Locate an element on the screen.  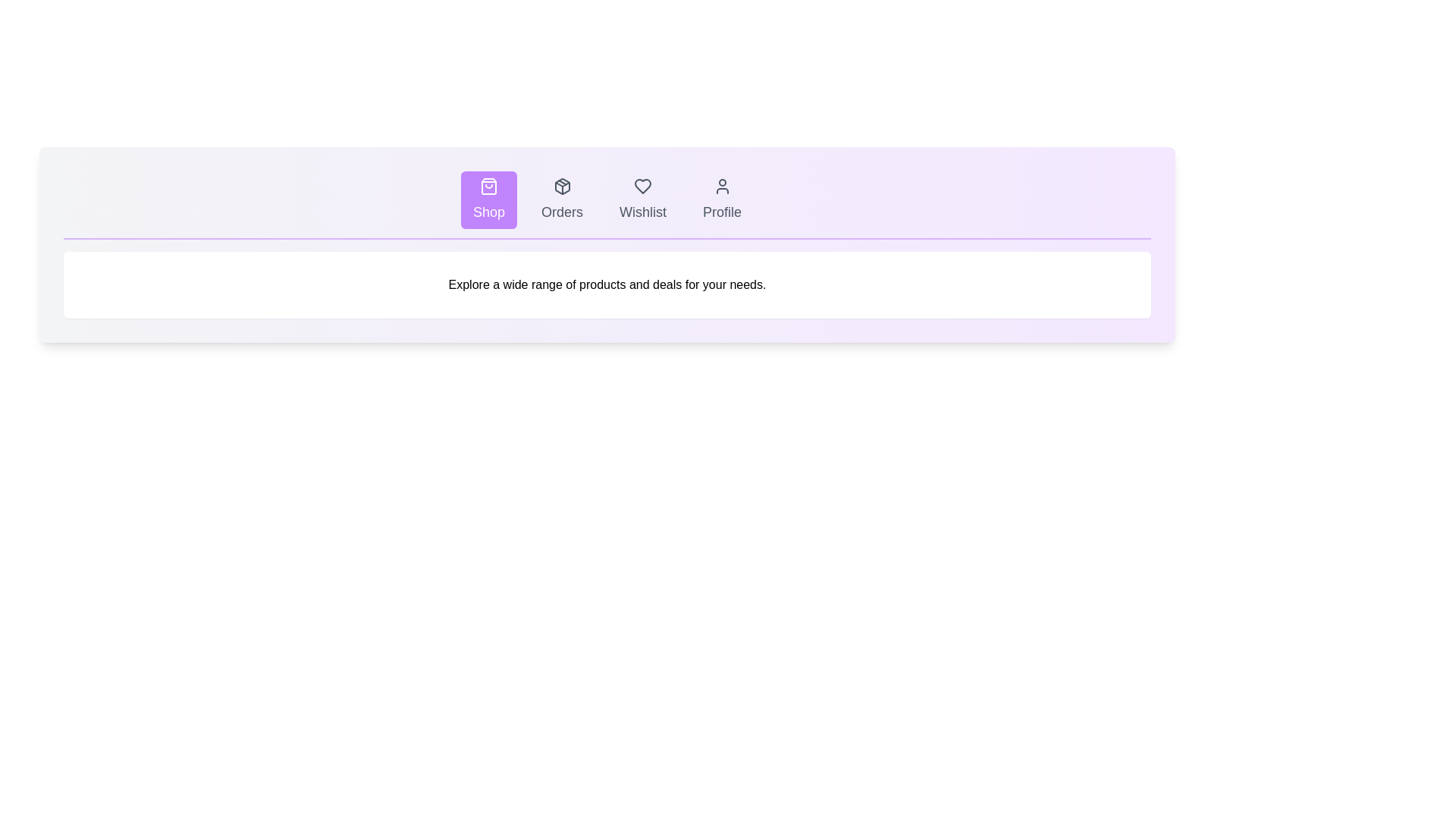
the tab corresponding to Profile by clicking on it is located at coordinates (720, 199).